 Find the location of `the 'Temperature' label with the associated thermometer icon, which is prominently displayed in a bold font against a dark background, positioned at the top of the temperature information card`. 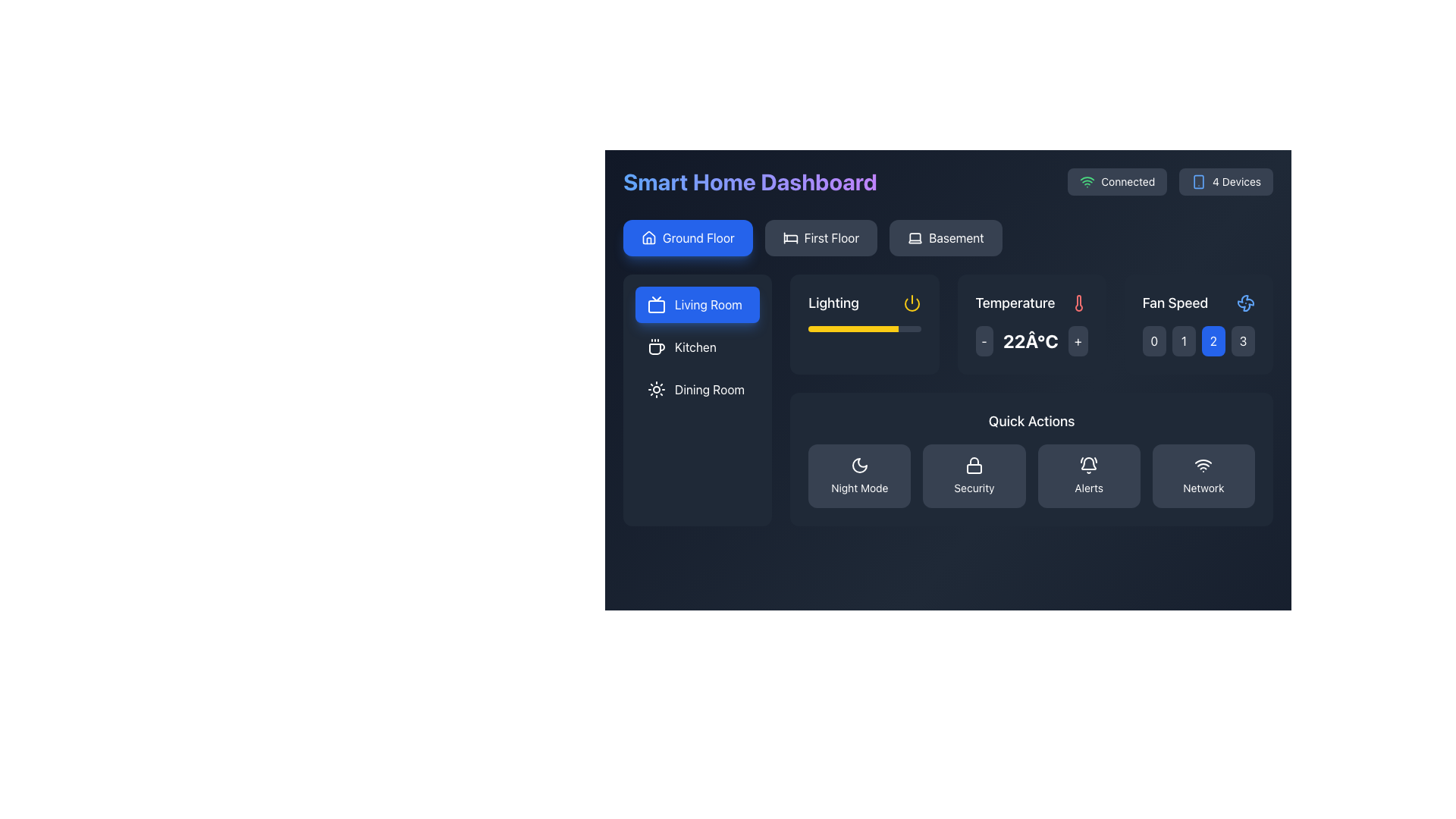

the 'Temperature' label with the associated thermometer icon, which is prominently displayed in a bold font against a dark background, positioned at the top of the temperature information card is located at coordinates (1031, 303).